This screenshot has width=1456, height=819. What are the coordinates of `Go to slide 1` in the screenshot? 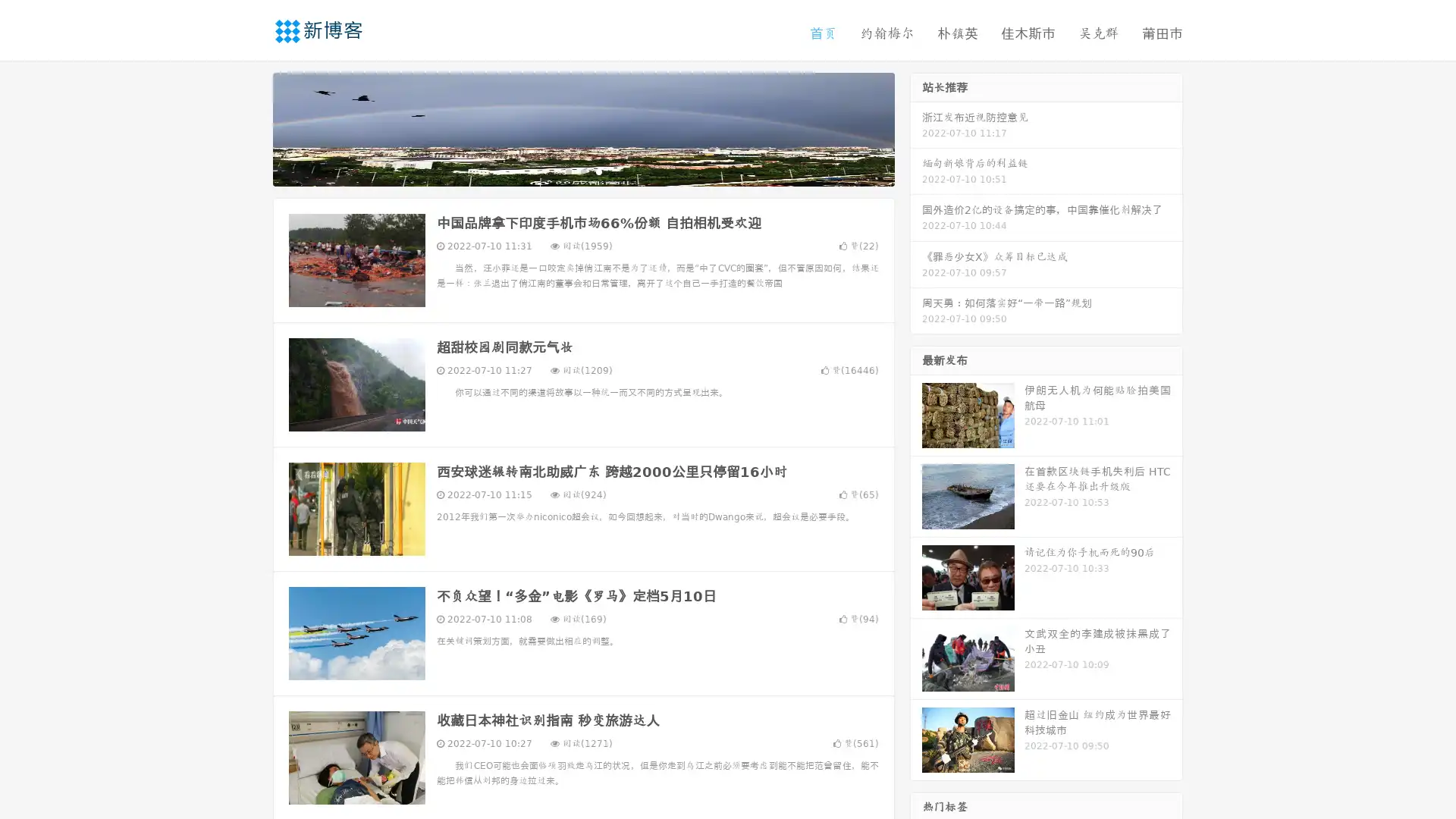 It's located at (567, 171).